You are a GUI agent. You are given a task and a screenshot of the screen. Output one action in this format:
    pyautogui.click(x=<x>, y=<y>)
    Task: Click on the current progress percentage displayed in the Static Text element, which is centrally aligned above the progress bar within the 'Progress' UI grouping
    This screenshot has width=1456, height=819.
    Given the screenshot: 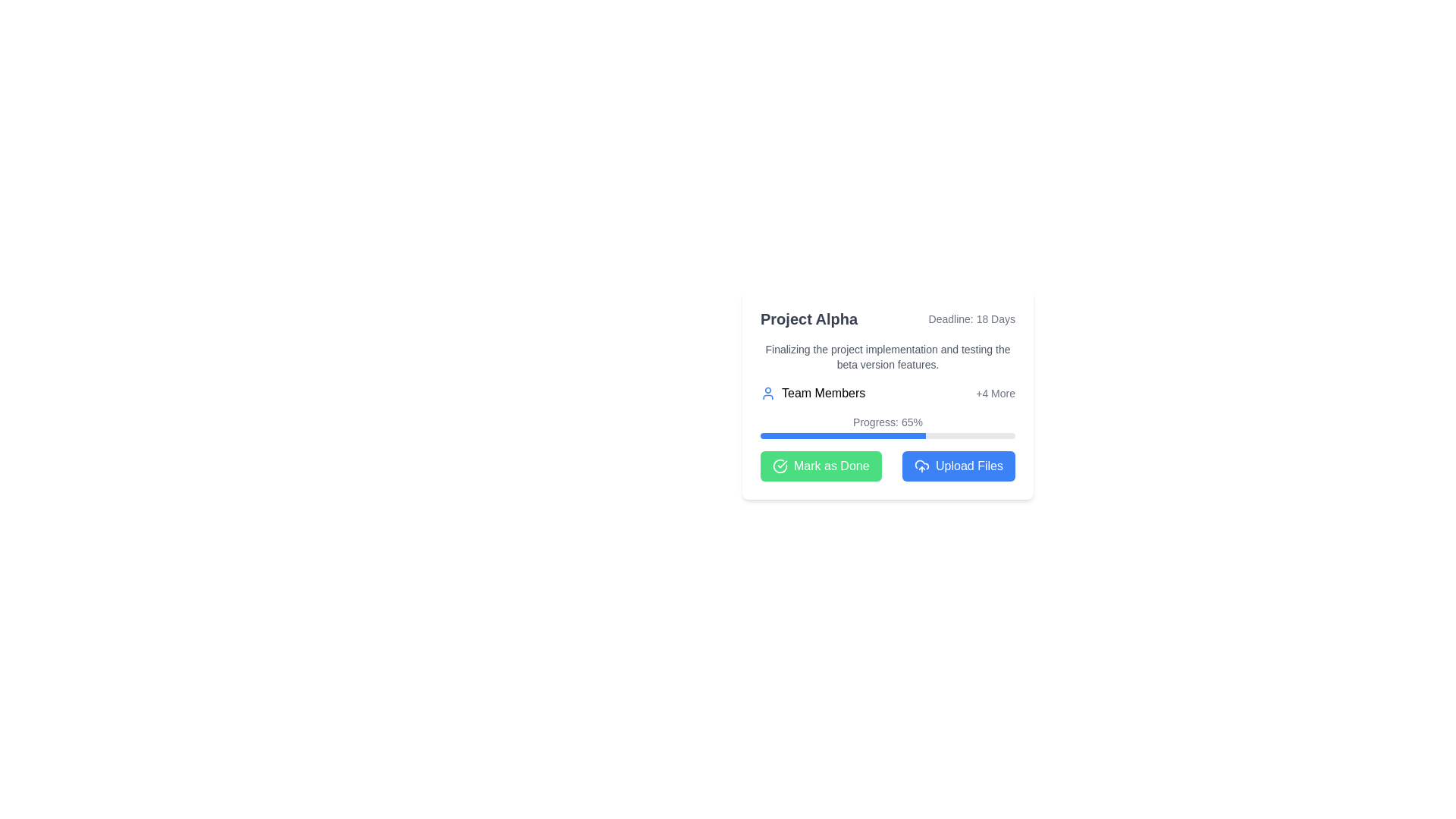 What is the action you would take?
    pyautogui.click(x=888, y=422)
    